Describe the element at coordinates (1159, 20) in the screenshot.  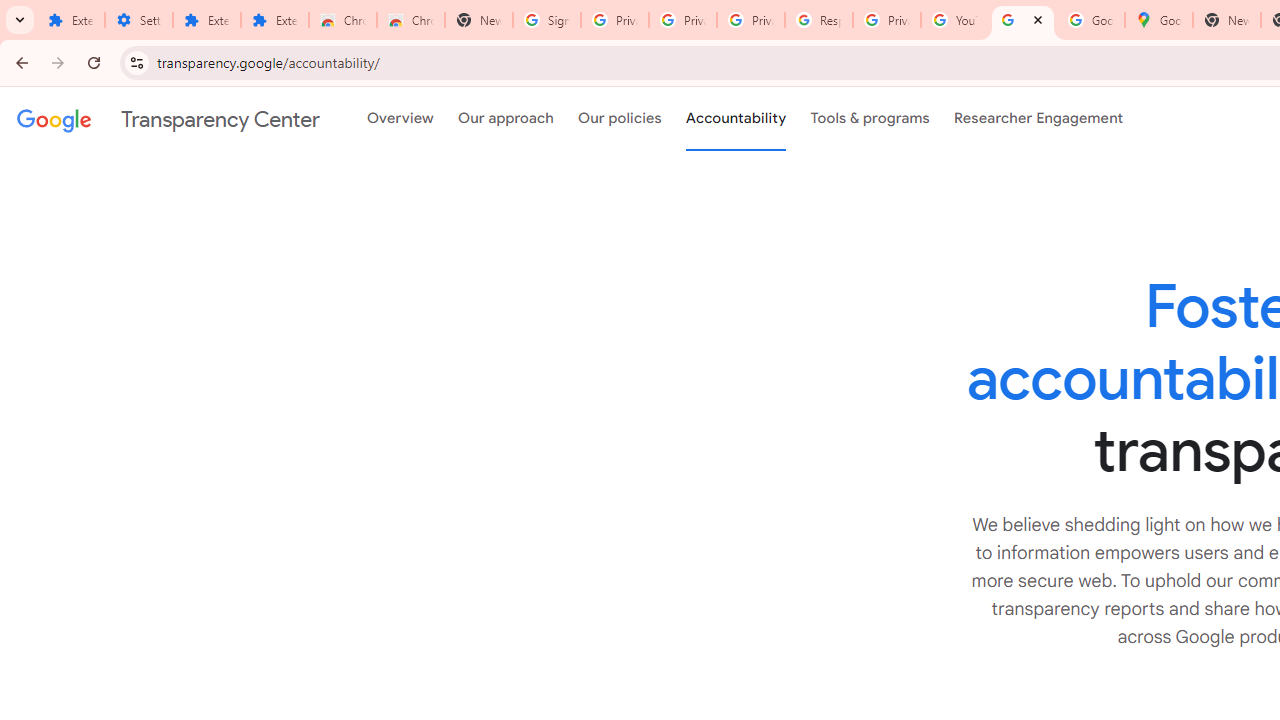
I see `'Google Maps'` at that location.